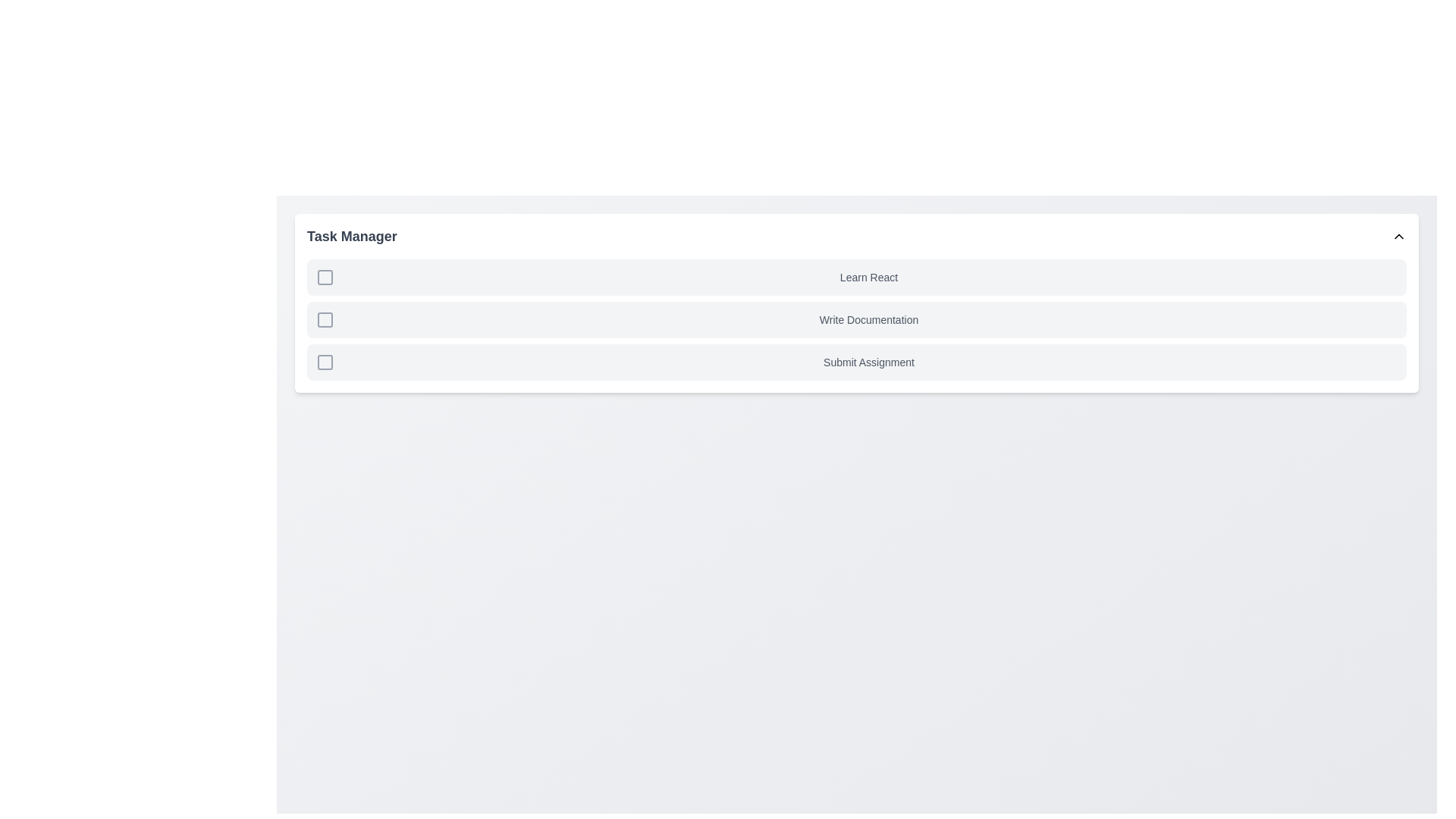 The image size is (1456, 819). What do you see at coordinates (1398, 237) in the screenshot?
I see `the toggle button to collapse or expand the task list` at bounding box center [1398, 237].